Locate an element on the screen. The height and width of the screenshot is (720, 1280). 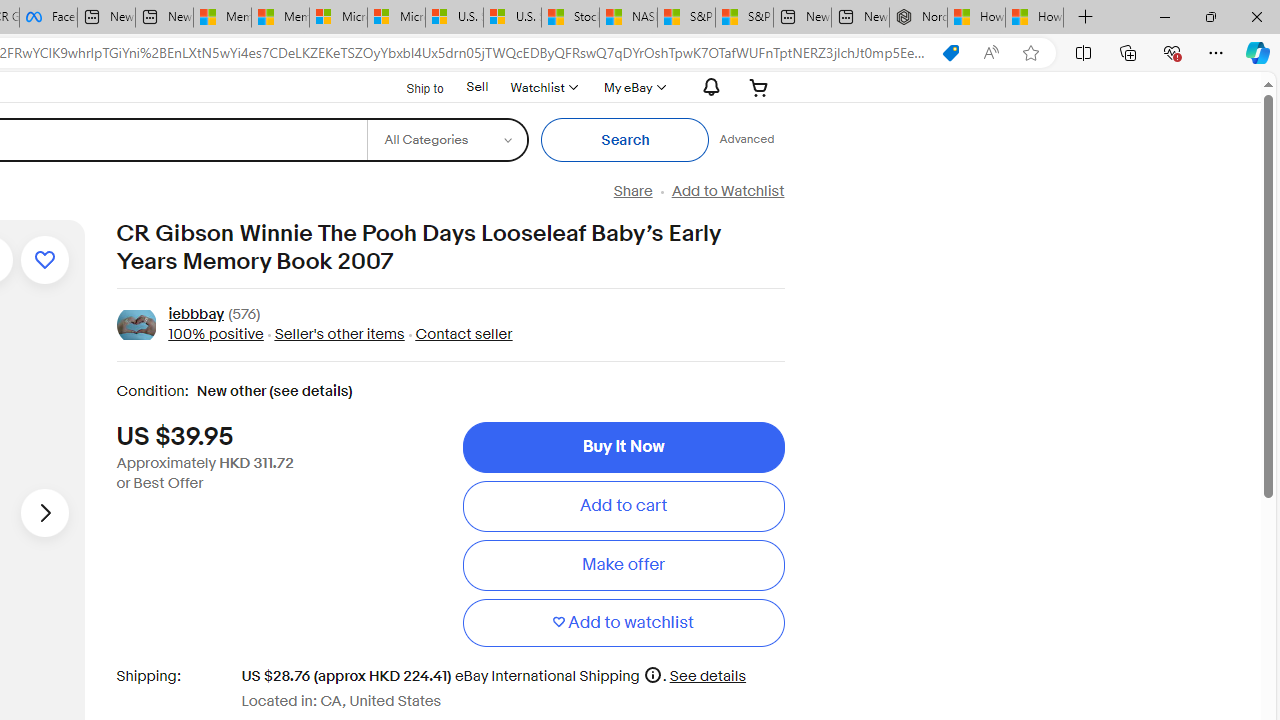
'Make offer' is located at coordinates (622, 565).